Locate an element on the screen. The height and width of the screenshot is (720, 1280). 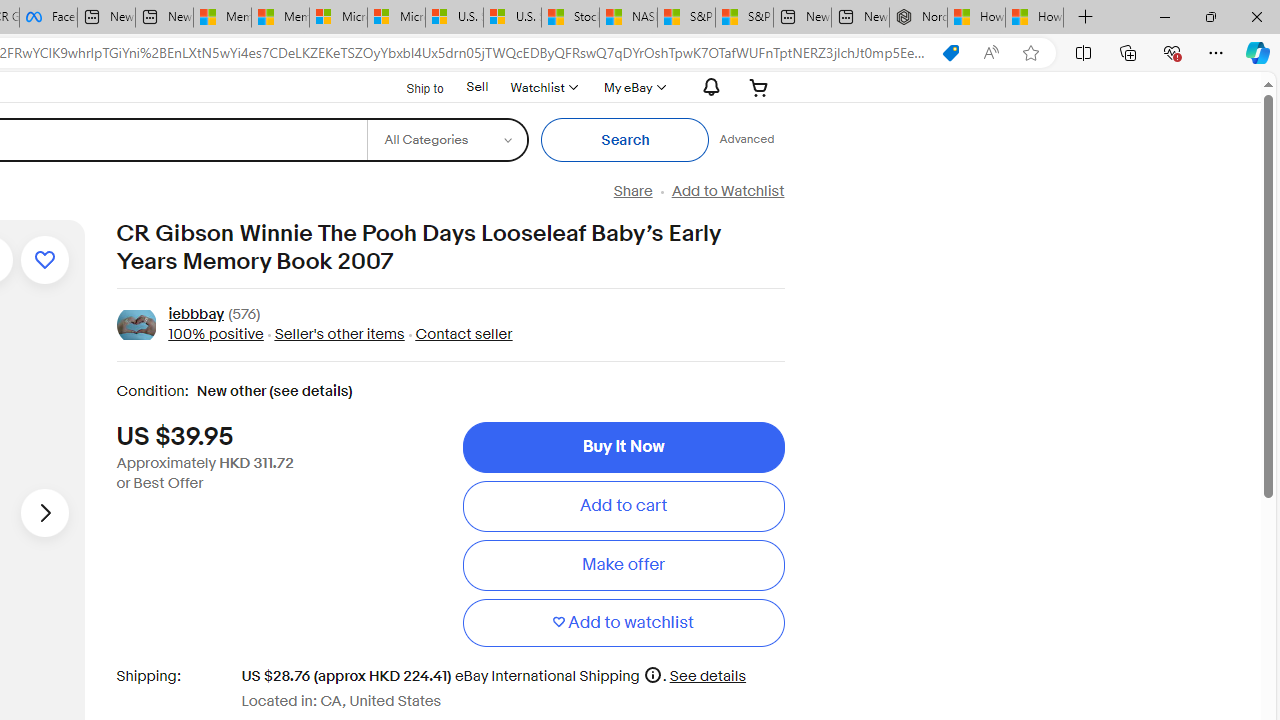
'Make offer' is located at coordinates (622, 565).